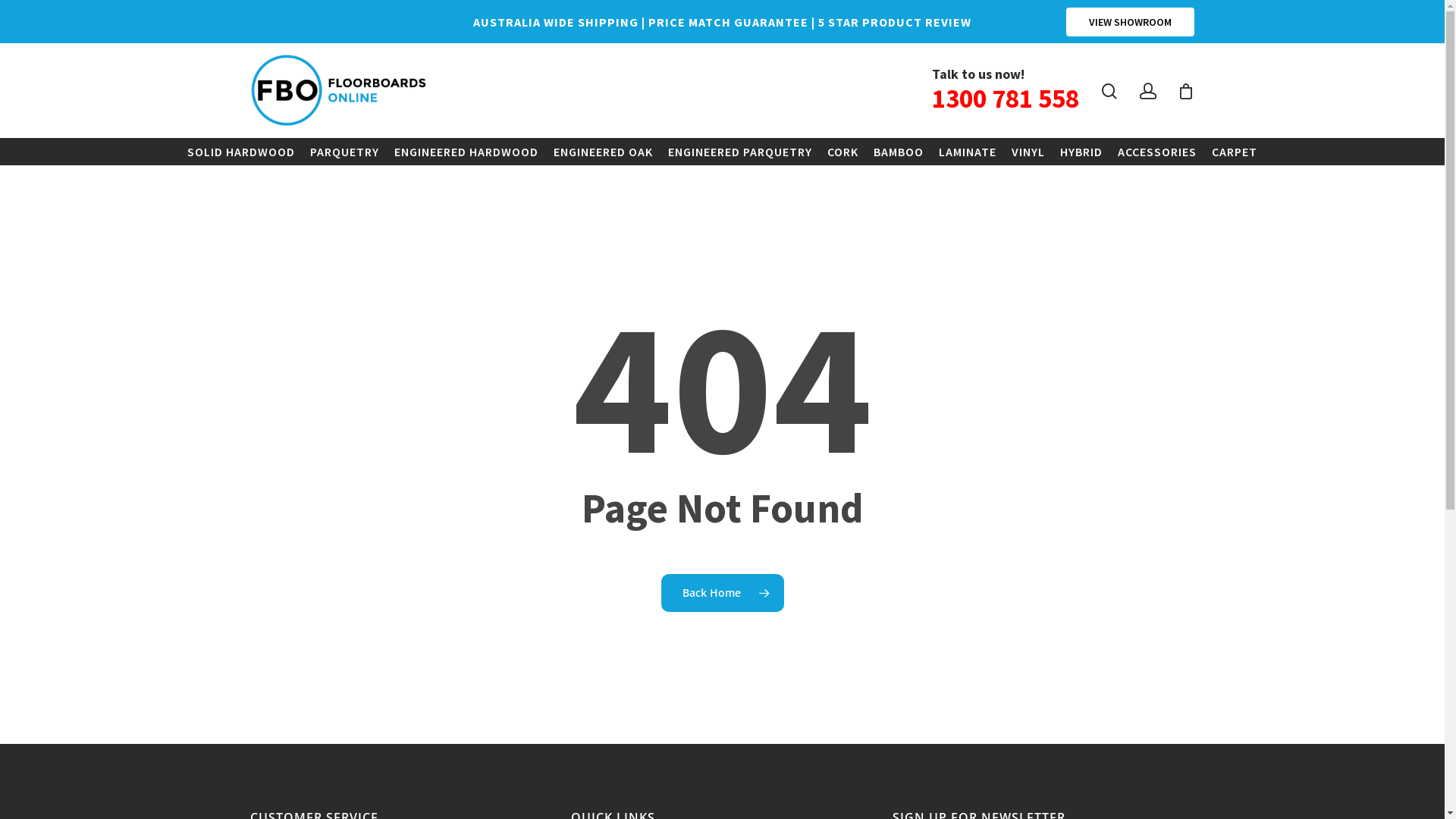 This screenshot has height=819, width=1456. I want to click on 'VINYL', so click(1028, 152).